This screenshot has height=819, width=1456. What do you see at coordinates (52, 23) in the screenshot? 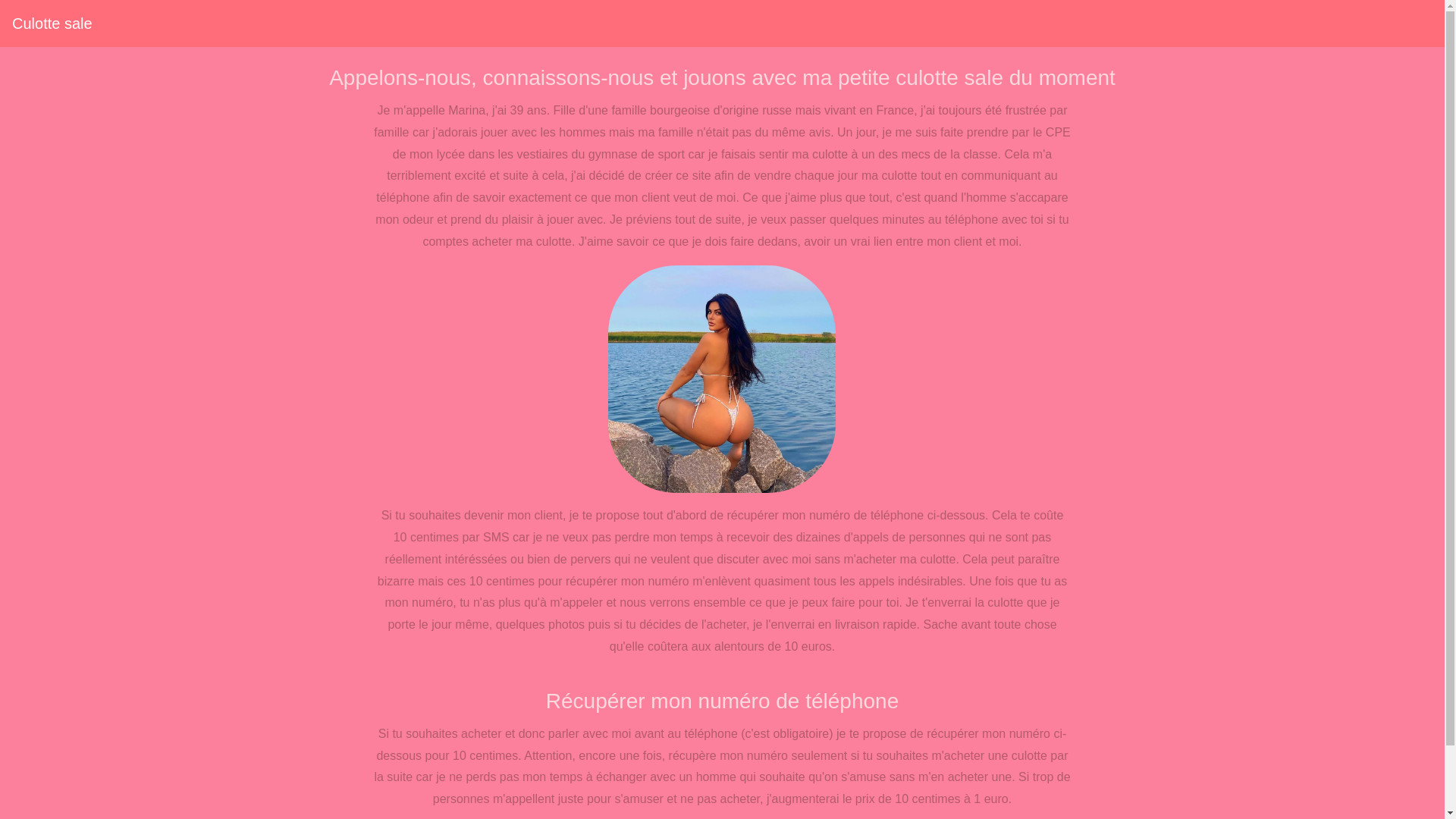
I see `'Culotte sale'` at bounding box center [52, 23].